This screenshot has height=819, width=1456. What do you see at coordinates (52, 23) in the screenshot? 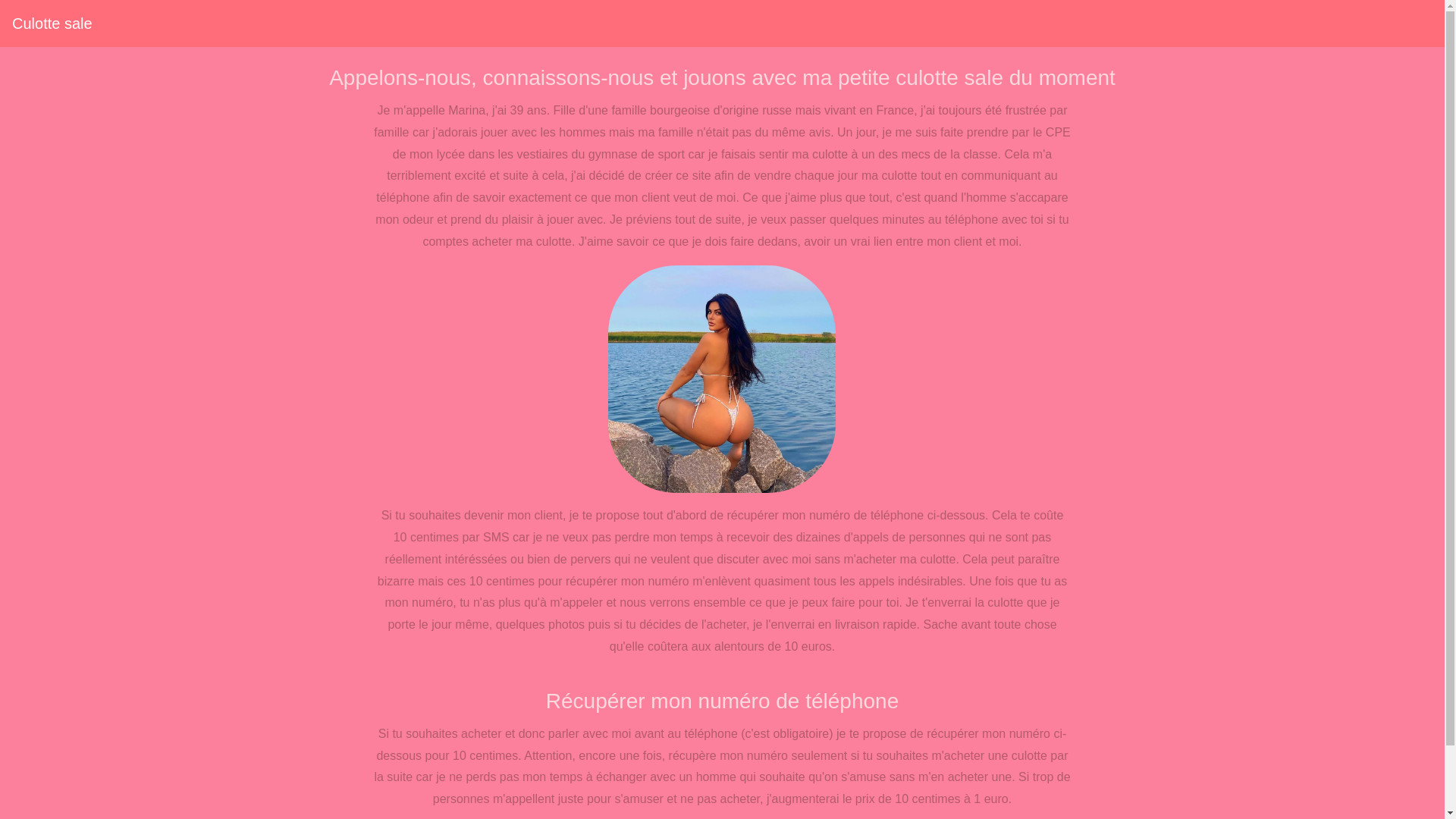
I see `'Culotte sale'` at bounding box center [52, 23].